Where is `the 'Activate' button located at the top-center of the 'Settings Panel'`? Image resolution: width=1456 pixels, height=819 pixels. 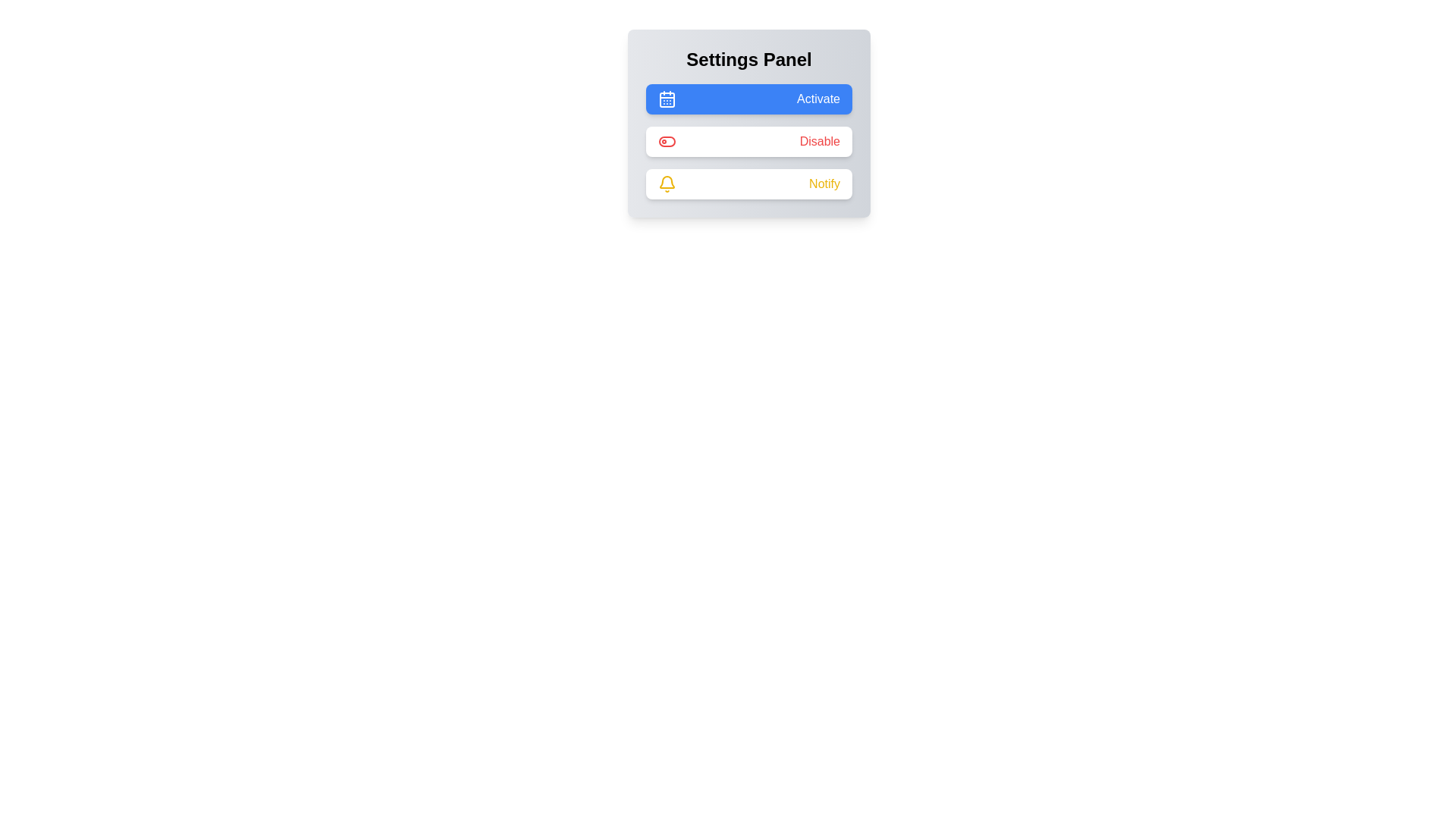
the 'Activate' button located at the top-center of the 'Settings Panel' is located at coordinates (749, 99).